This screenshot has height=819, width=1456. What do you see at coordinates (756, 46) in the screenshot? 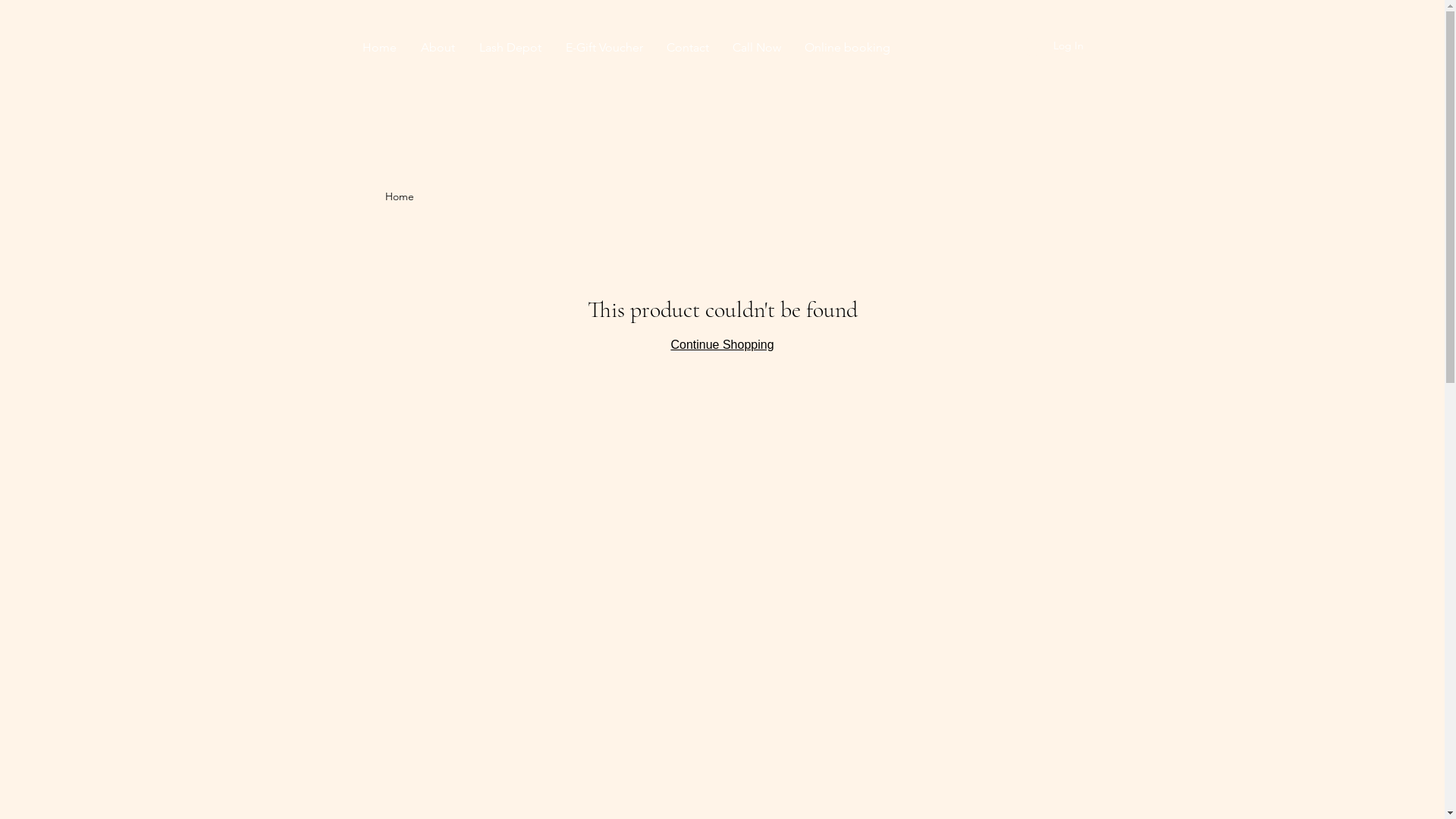
I see `'Call Now'` at bounding box center [756, 46].